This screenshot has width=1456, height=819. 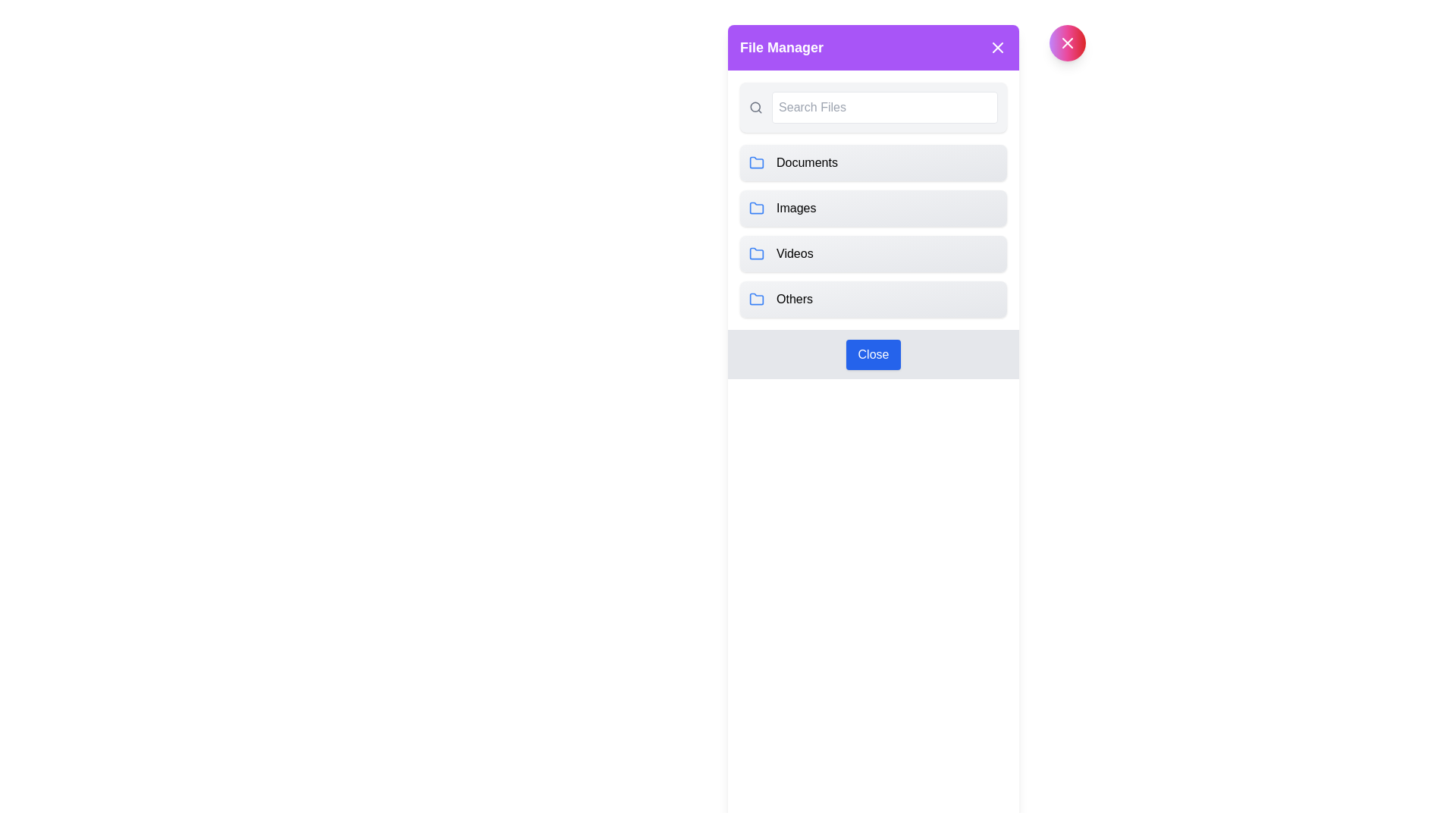 I want to click on the 'Documents', 'Images', 'Videos', or 'Others' row in the List component with selectable rows, so click(x=874, y=199).